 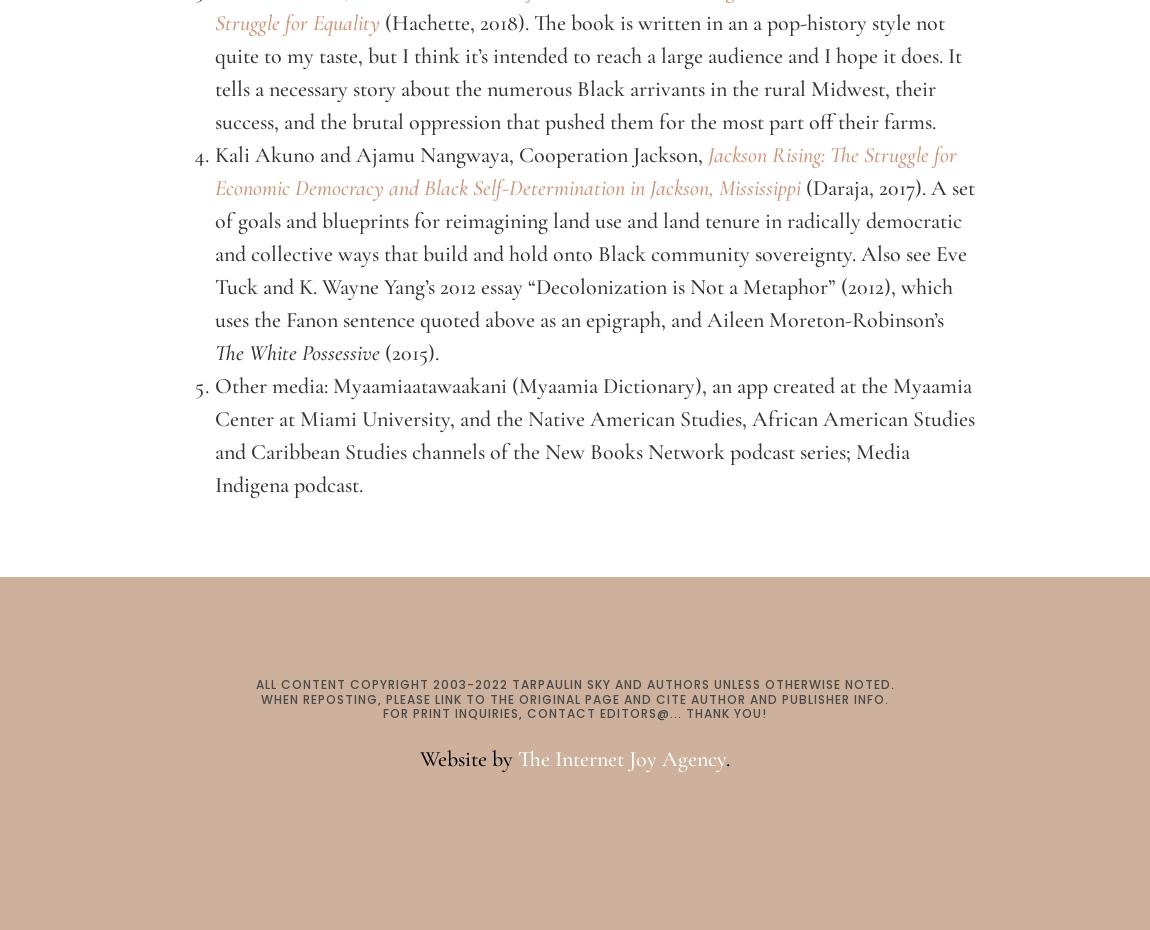 I want to click on '.', so click(x=726, y=758).